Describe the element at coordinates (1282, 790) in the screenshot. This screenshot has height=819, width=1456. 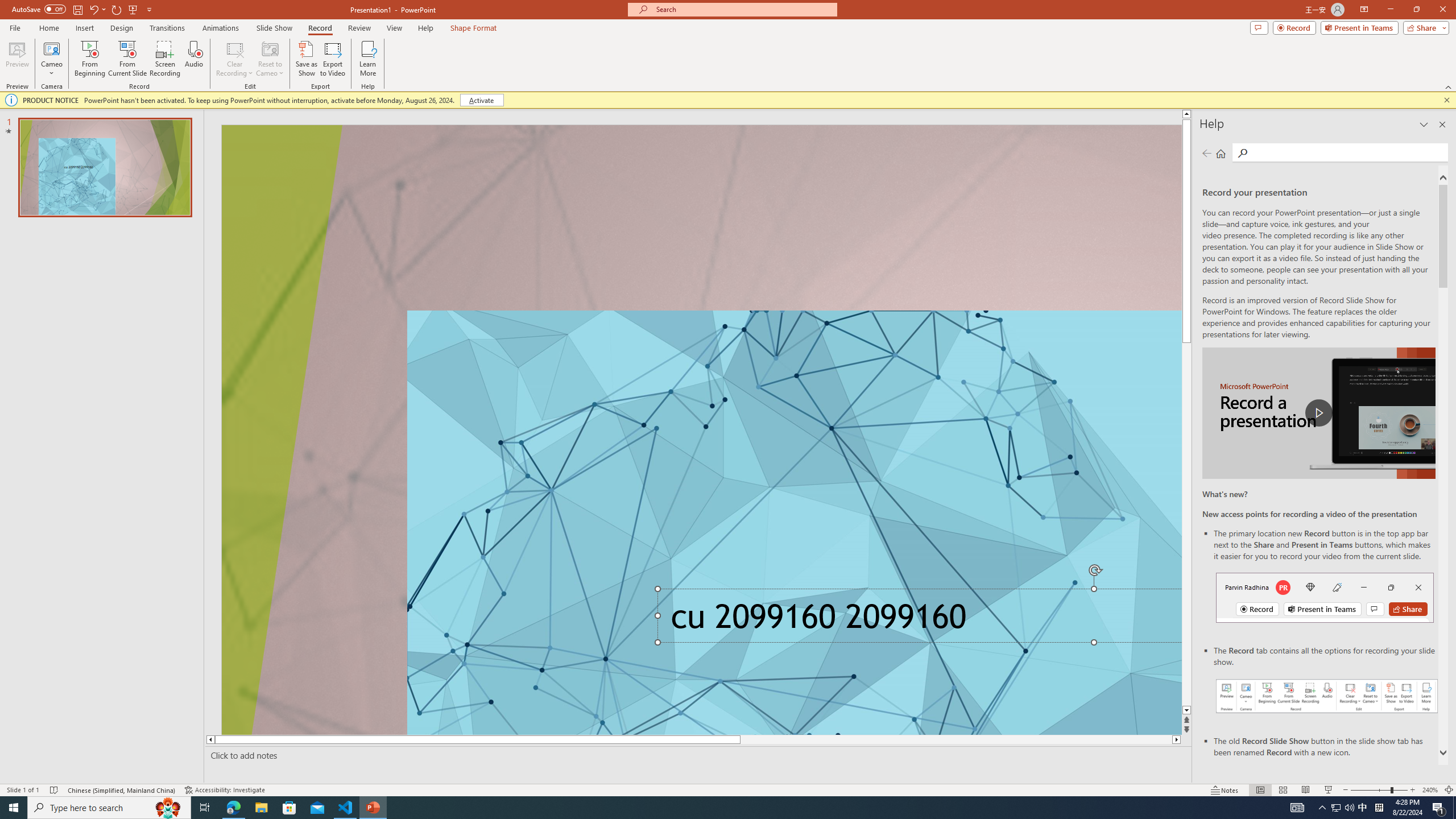
I see `'Slide Sorter'` at that location.